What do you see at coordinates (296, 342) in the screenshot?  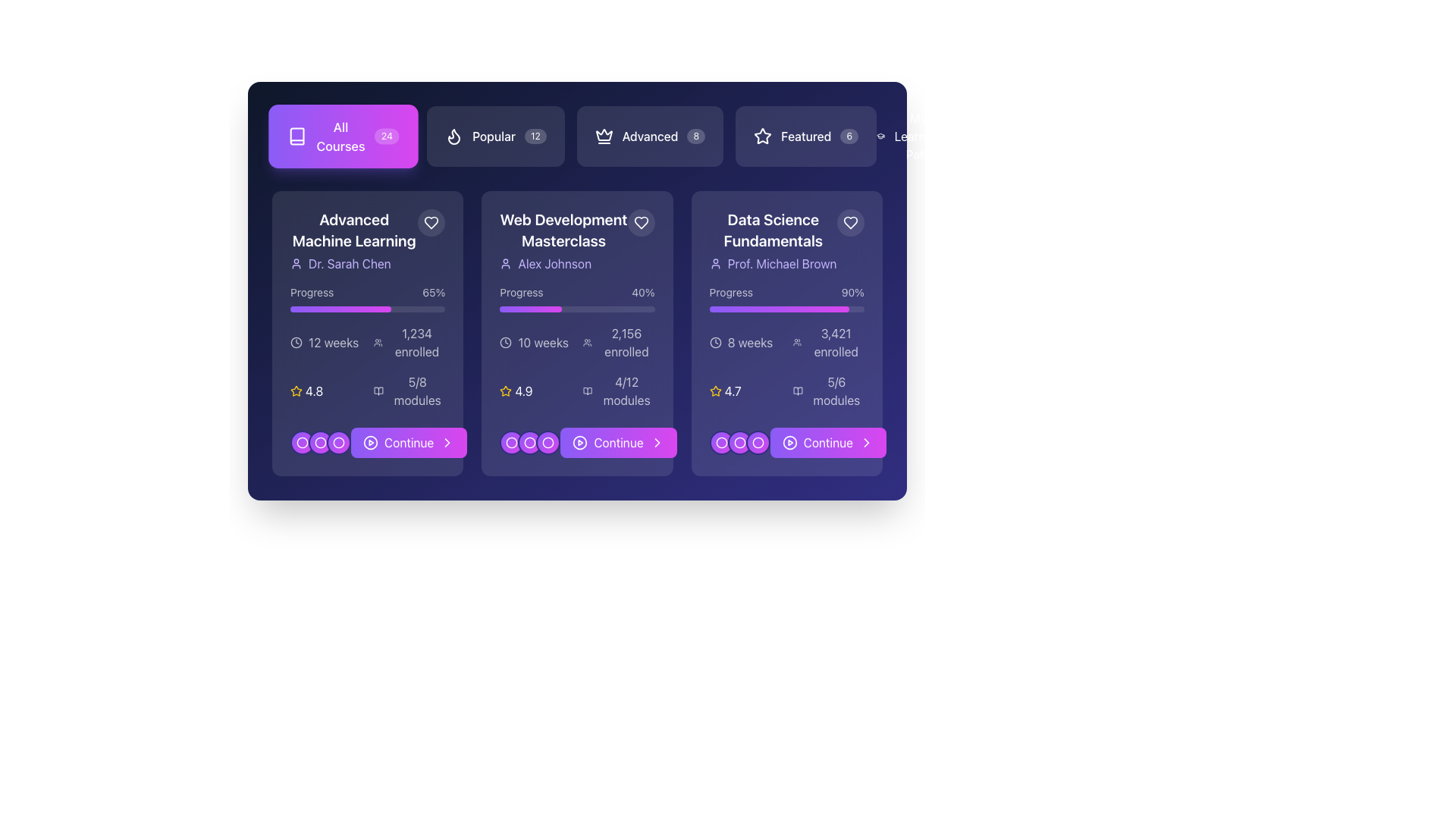 I see `the time duration icon located in the first column of the 'Advanced Machine Learning' course card, which is positioned to the left of the '12 weeks' text label` at bounding box center [296, 342].